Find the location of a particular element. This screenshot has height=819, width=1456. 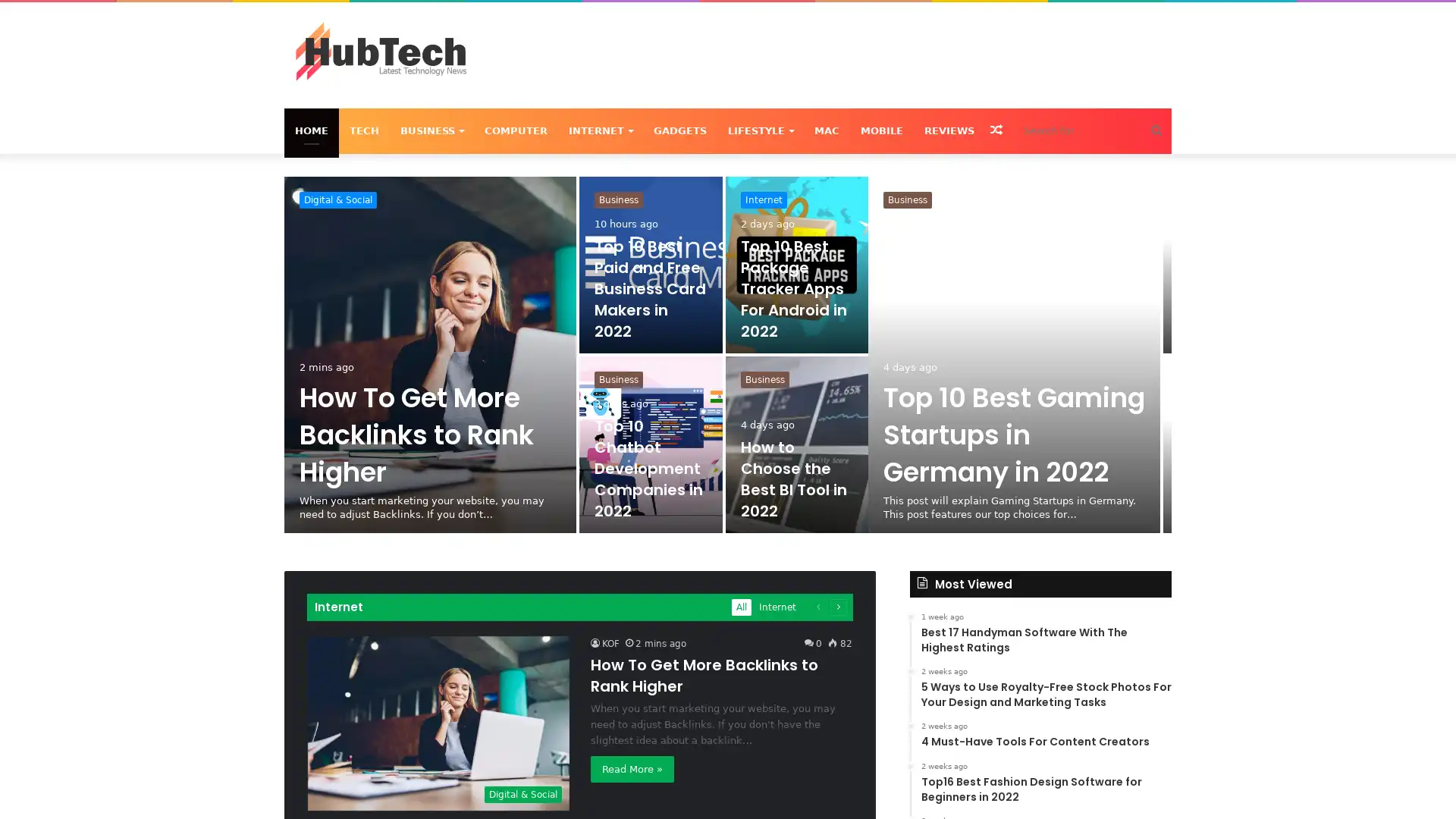

Search for is located at coordinates (1156, 130).